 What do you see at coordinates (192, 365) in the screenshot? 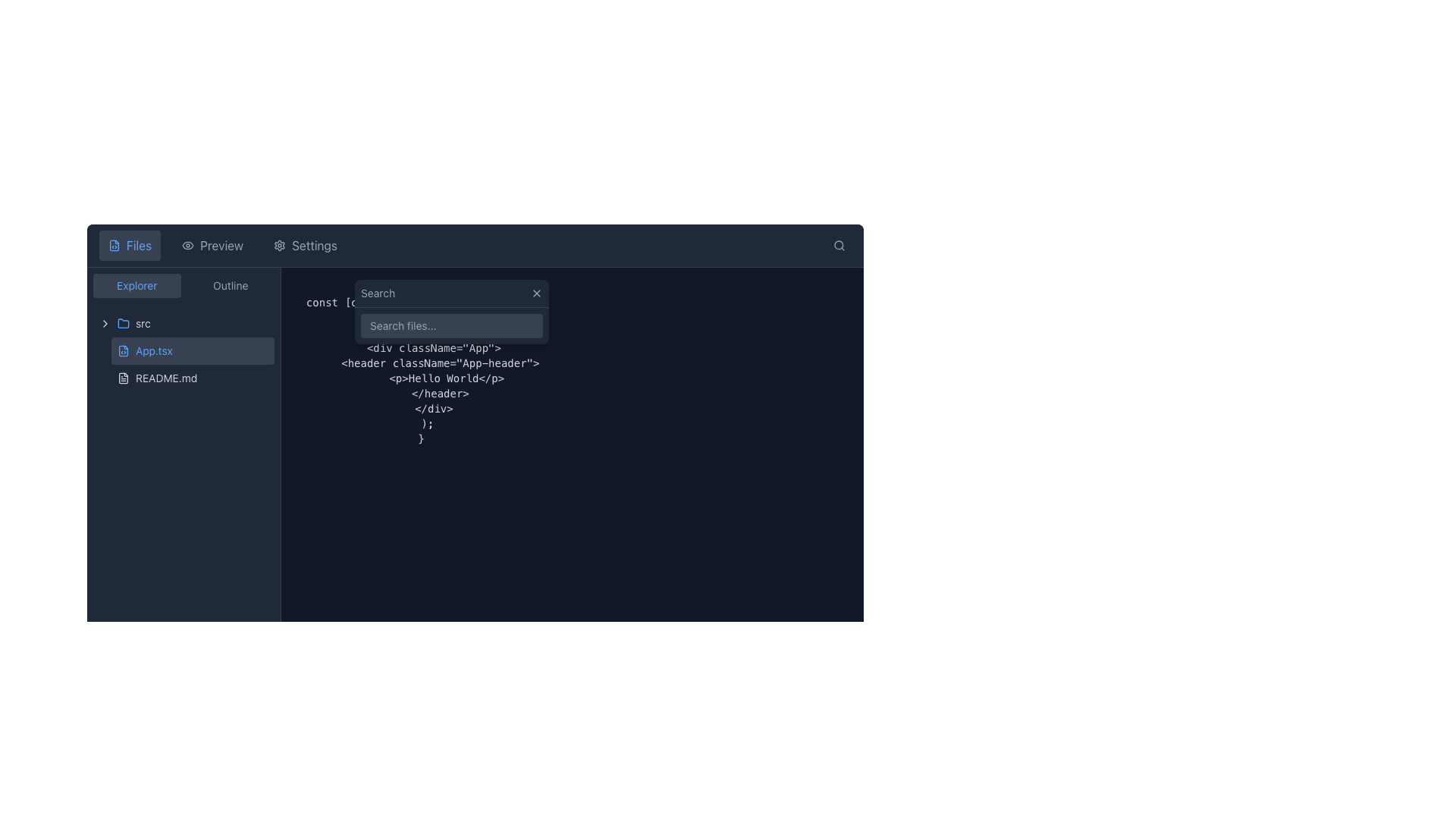
I see `the list item representing 'App.tsxREADME.md', which is styled with a gray background and located in the file explorer under the 'src' directory` at bounding box center [192, 365].